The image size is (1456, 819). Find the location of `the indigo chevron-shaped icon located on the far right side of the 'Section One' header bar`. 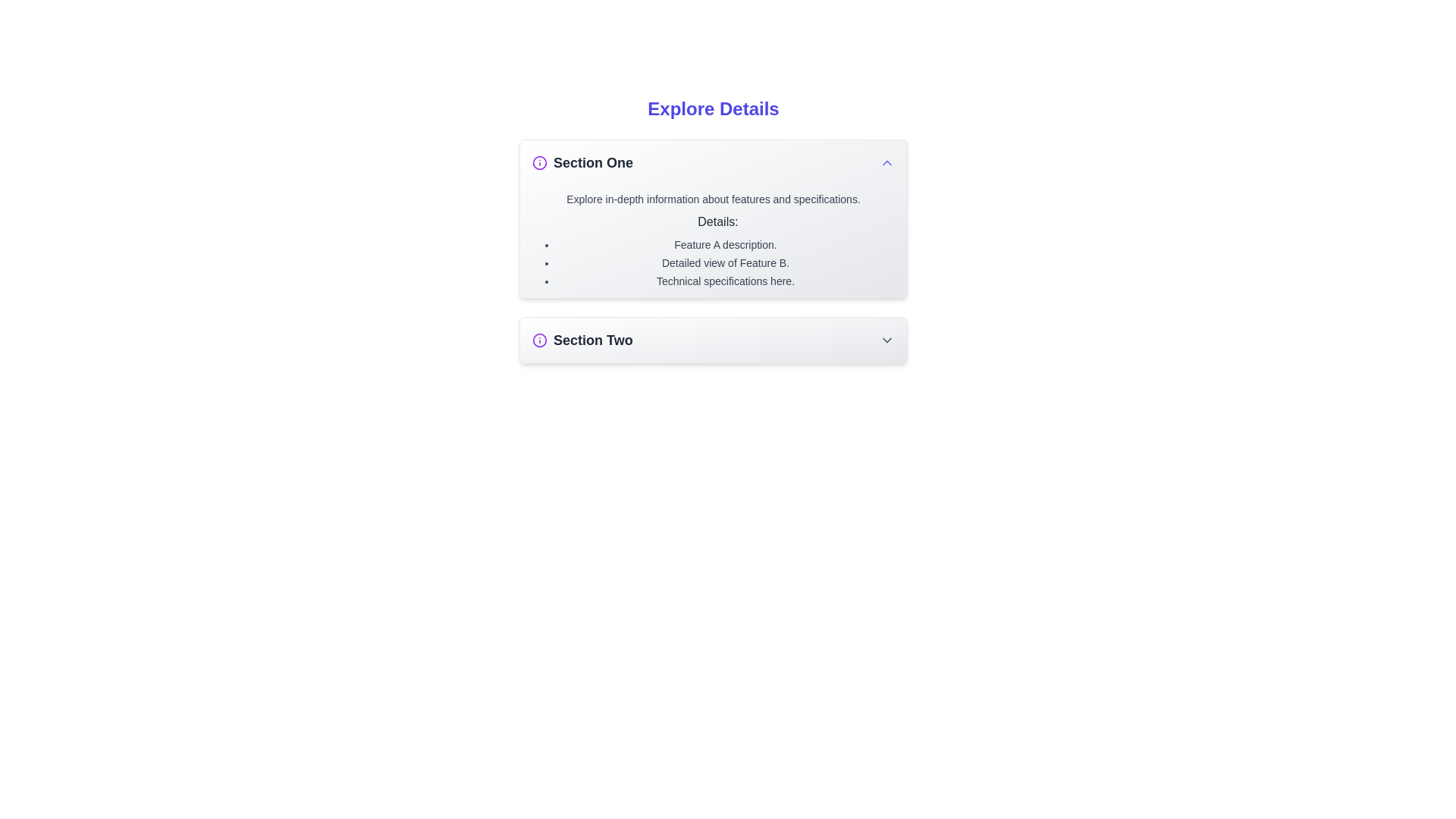

the indigo chevron-shaped icon located on the far right side of the 'Section One' header bar is located at coordinates (887, 163).